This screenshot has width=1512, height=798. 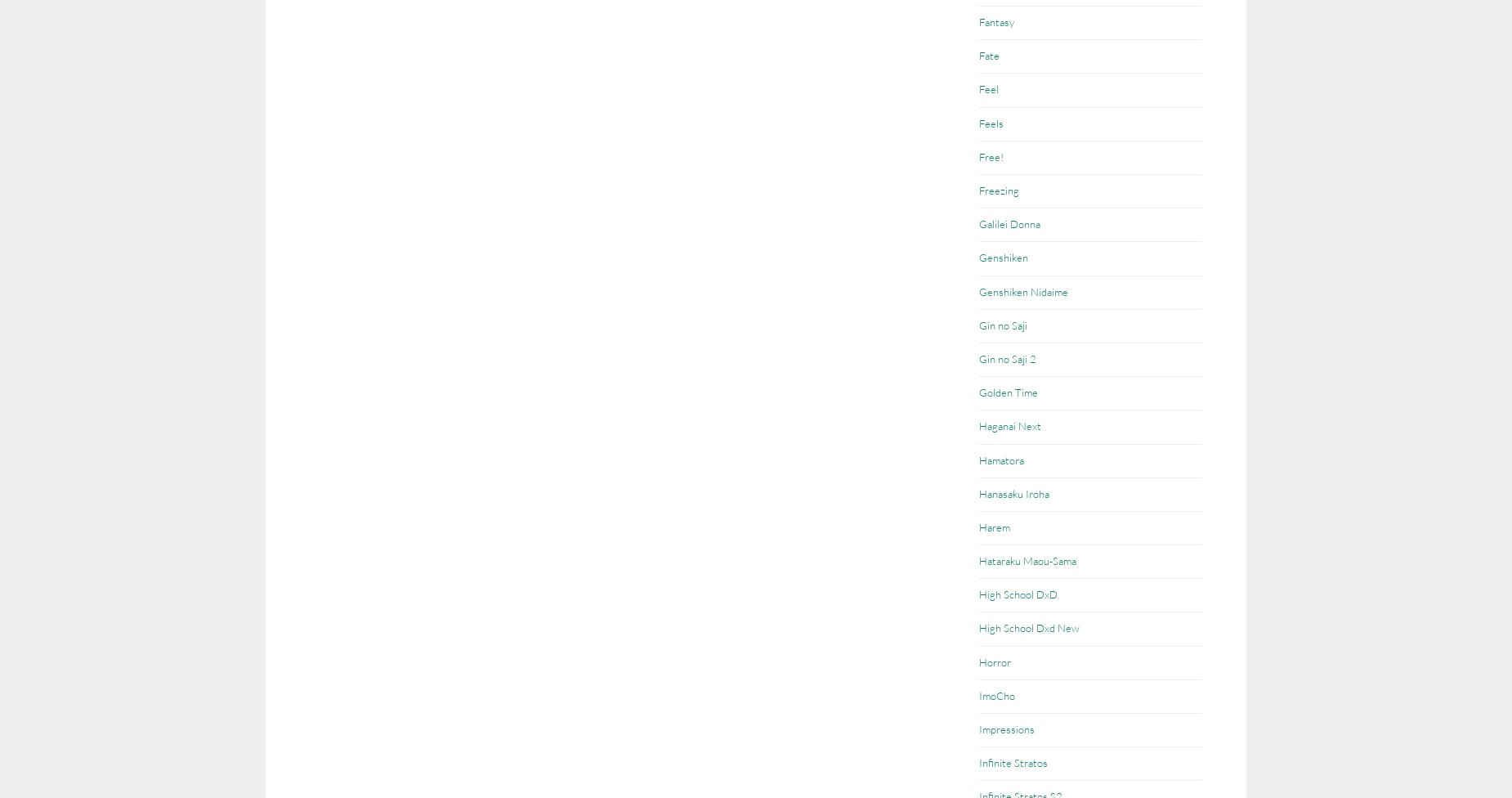 I want to click on 'Gin no Saji 2', so click(x=1007, y=357).